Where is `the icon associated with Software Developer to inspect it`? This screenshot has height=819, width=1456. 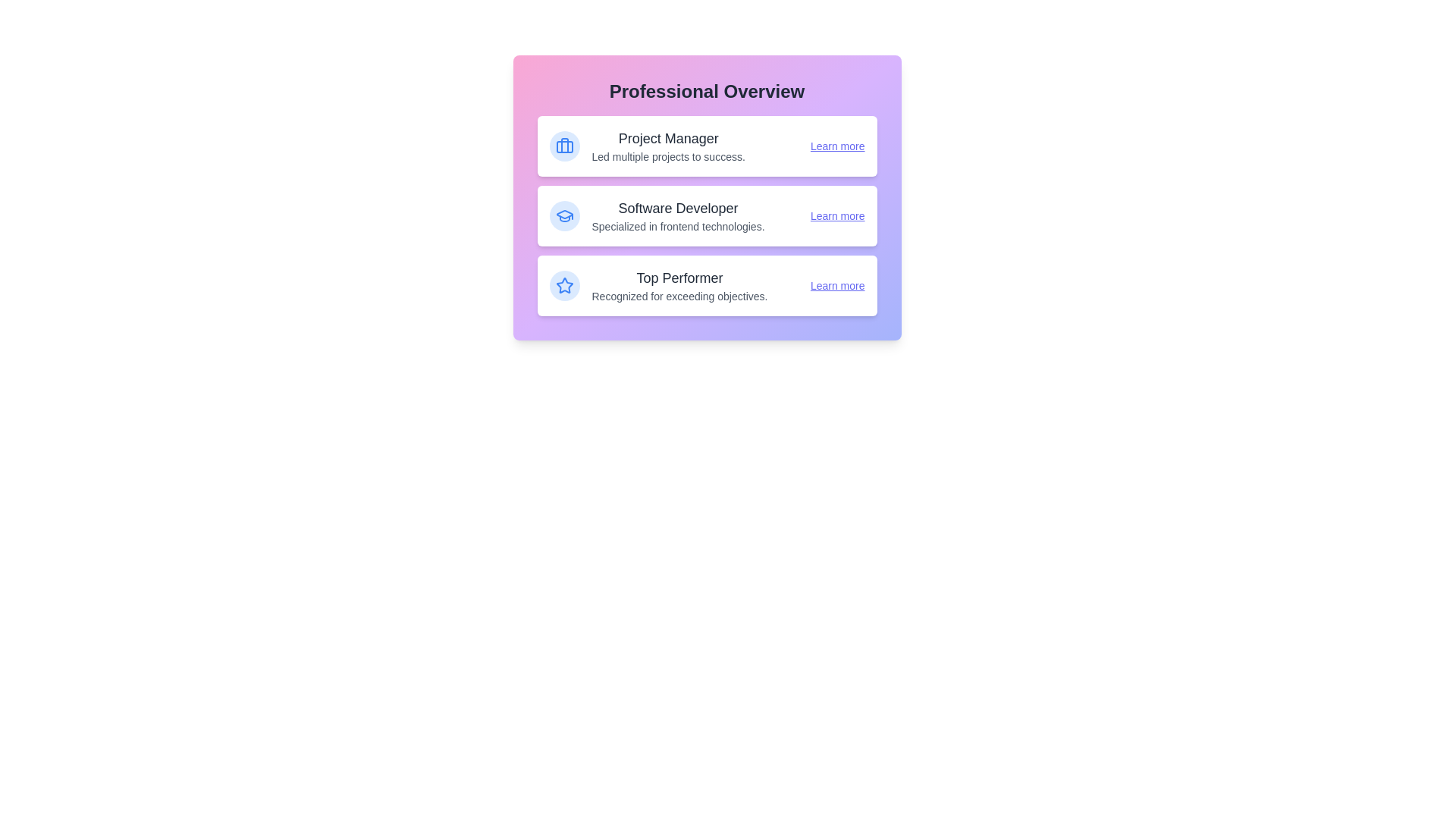 the icon associated with Software Developer to inspect it is located at coordinates (563, 216).